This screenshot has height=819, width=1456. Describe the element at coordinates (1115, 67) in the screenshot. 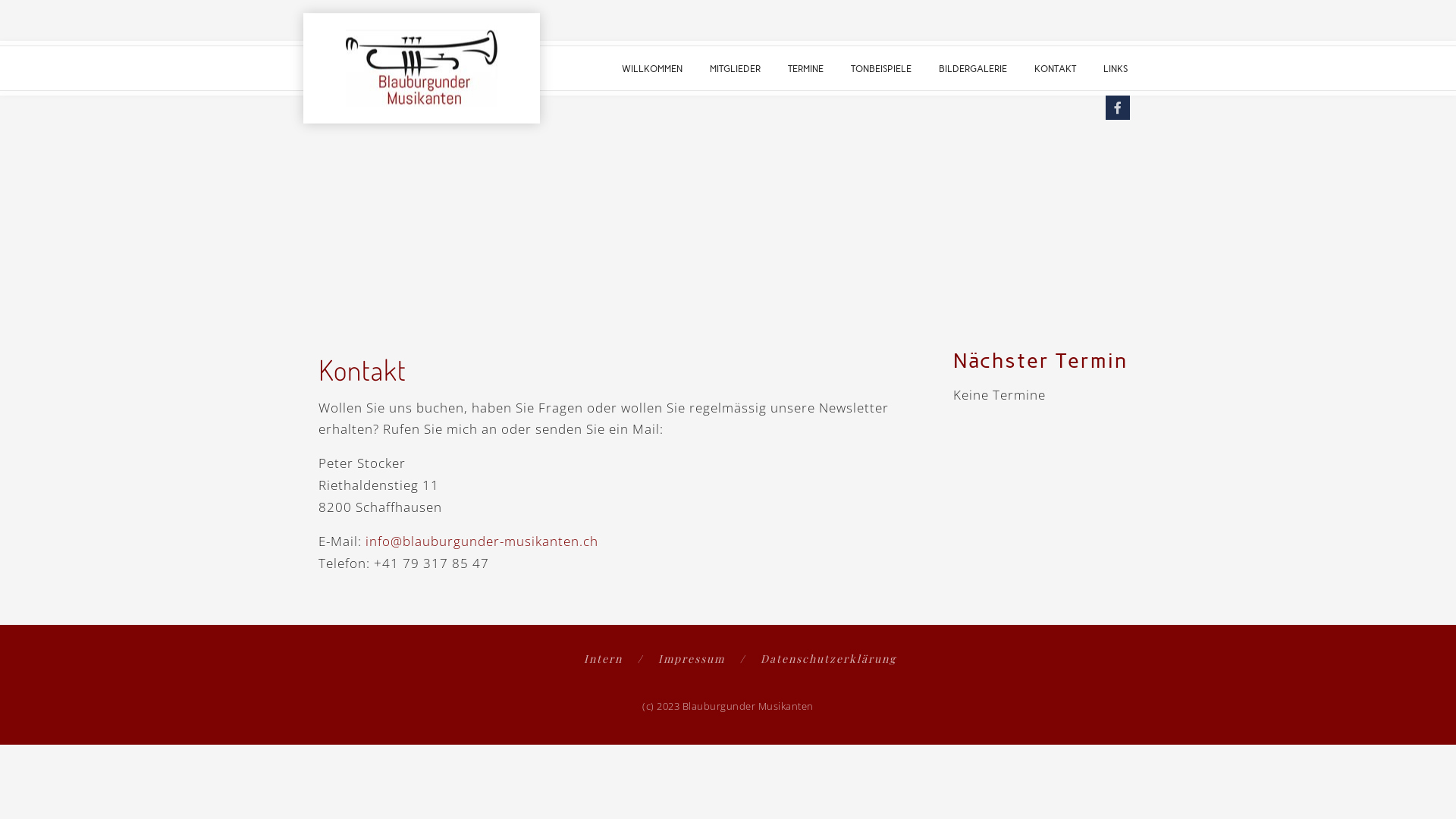

I see `'LINKS'` at that location.